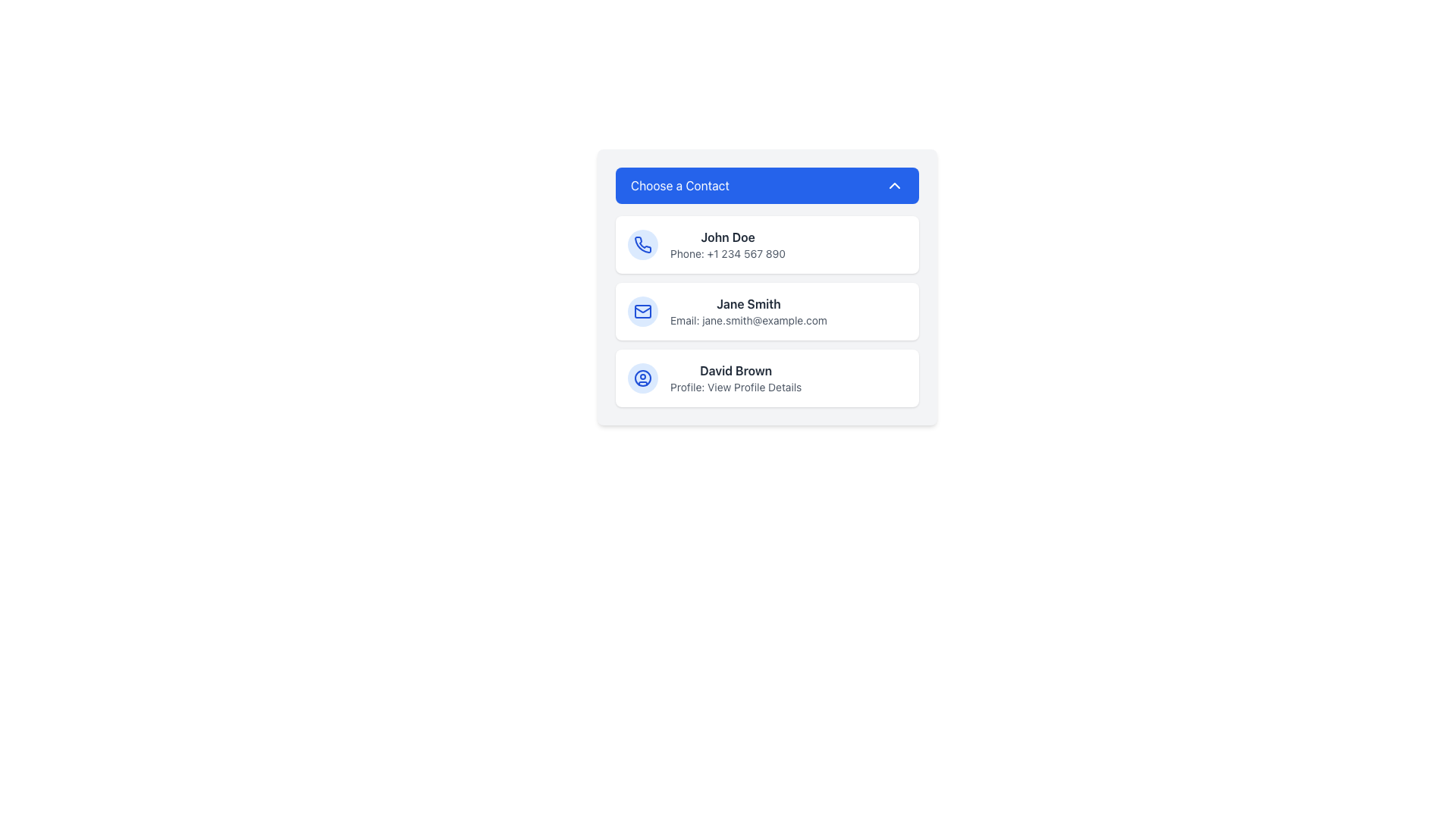 This screenshot has width=1456, height=819. I want to click on the chevron icon located at the far right of the 'Choose a Contact' button, so click(895, 185).